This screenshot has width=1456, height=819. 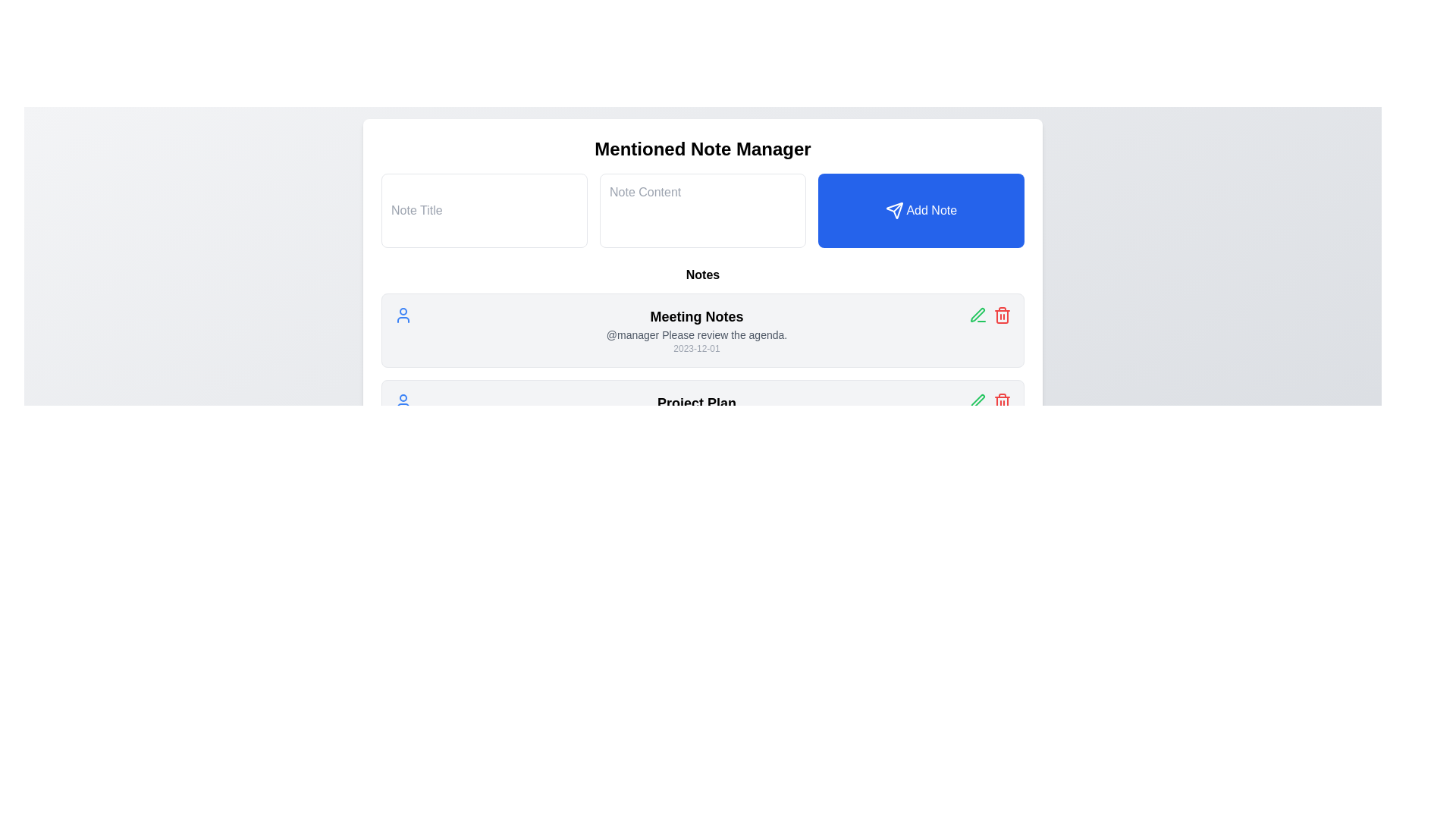 I want to click on the pen-shaped icon button with a green stroke color, located to the left of the trash-can icon and right of the note title in the 'Project Plan' entry, so click(x=977, y=314).